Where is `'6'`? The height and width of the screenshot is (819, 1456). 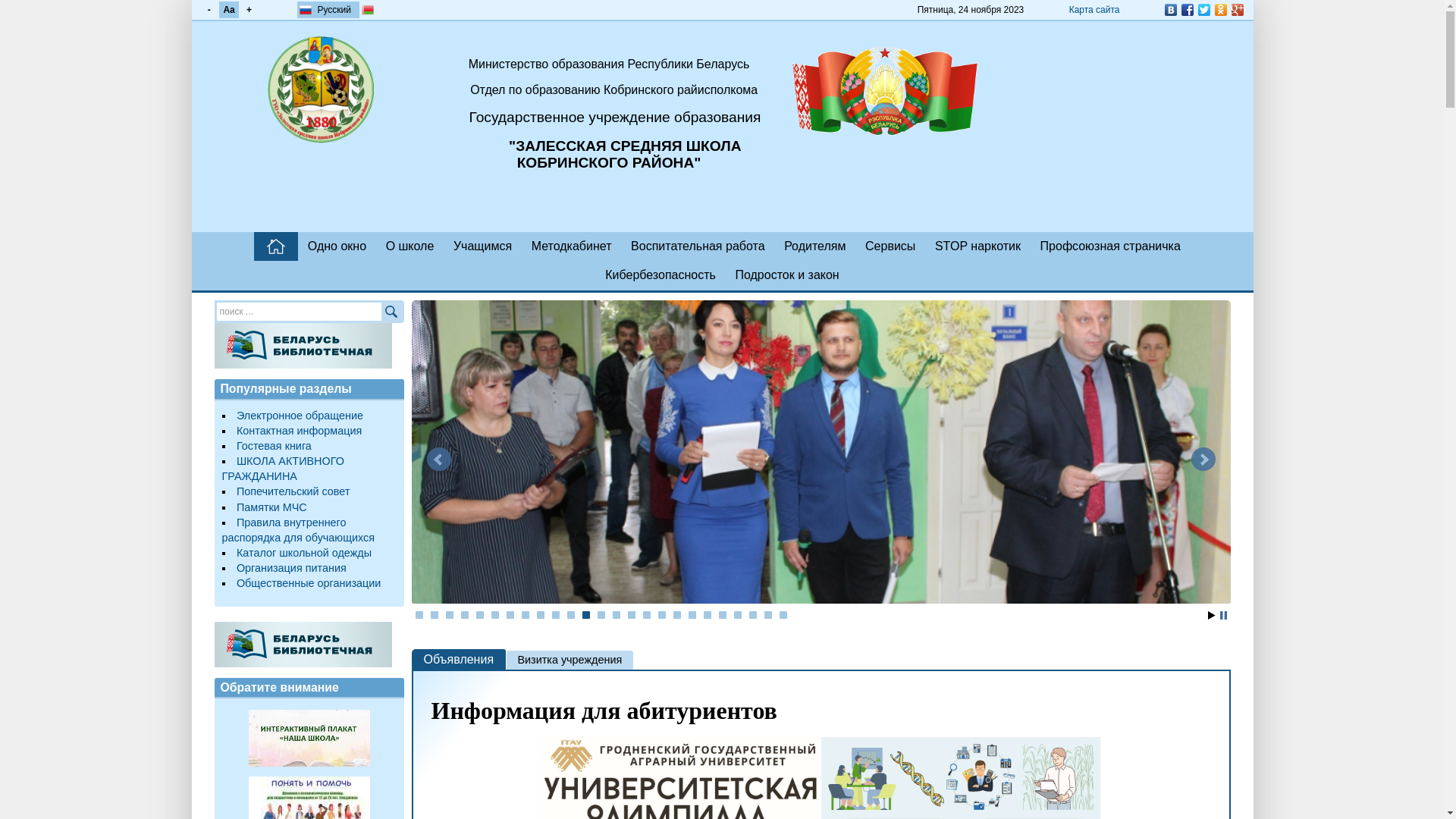
'6' is located at coordinates (494, 614).